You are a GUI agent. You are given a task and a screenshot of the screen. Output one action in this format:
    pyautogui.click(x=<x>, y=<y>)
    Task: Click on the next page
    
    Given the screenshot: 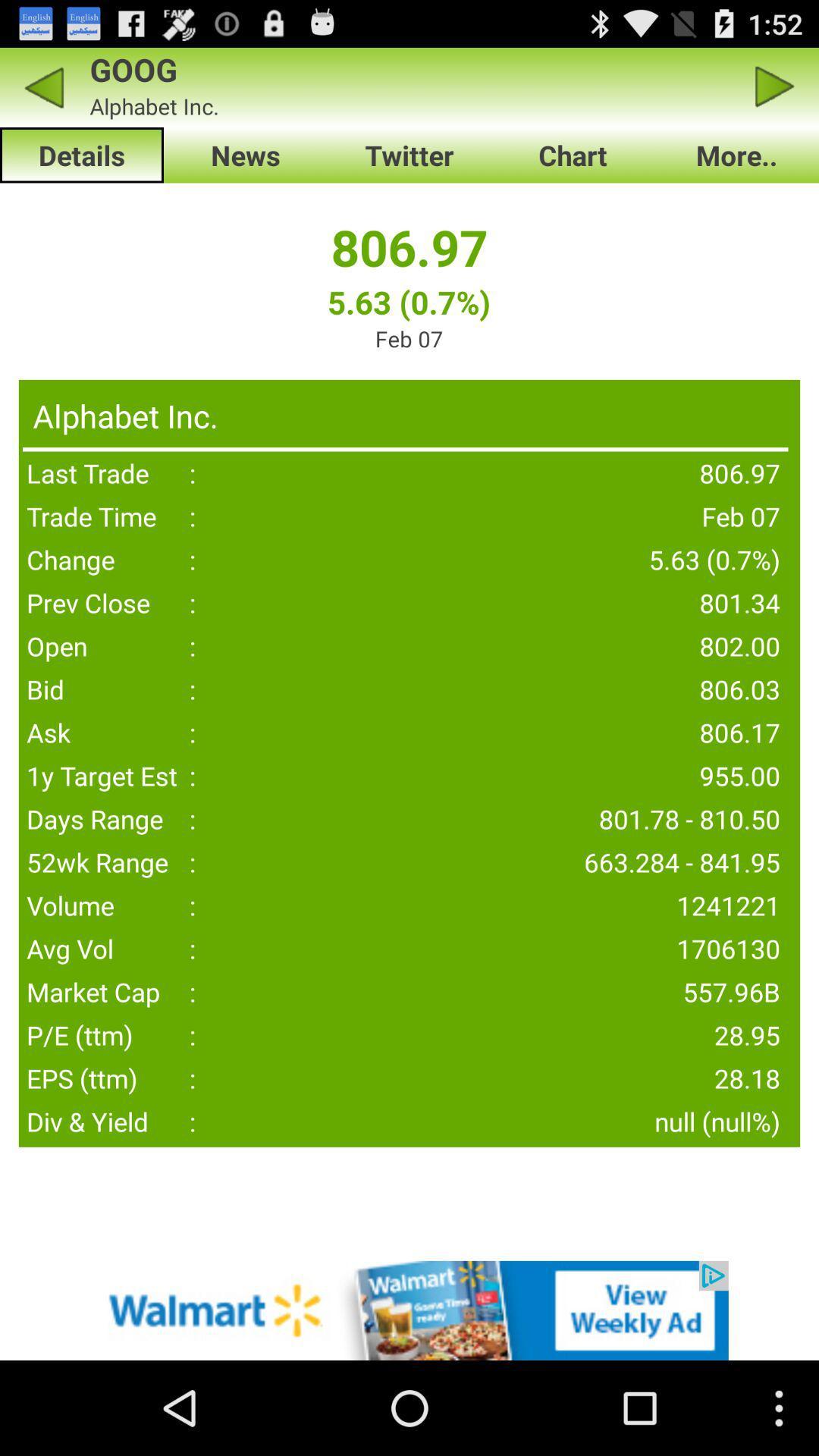 What is the action you would take?
    pyautogui.click(x=775, y=86)
    